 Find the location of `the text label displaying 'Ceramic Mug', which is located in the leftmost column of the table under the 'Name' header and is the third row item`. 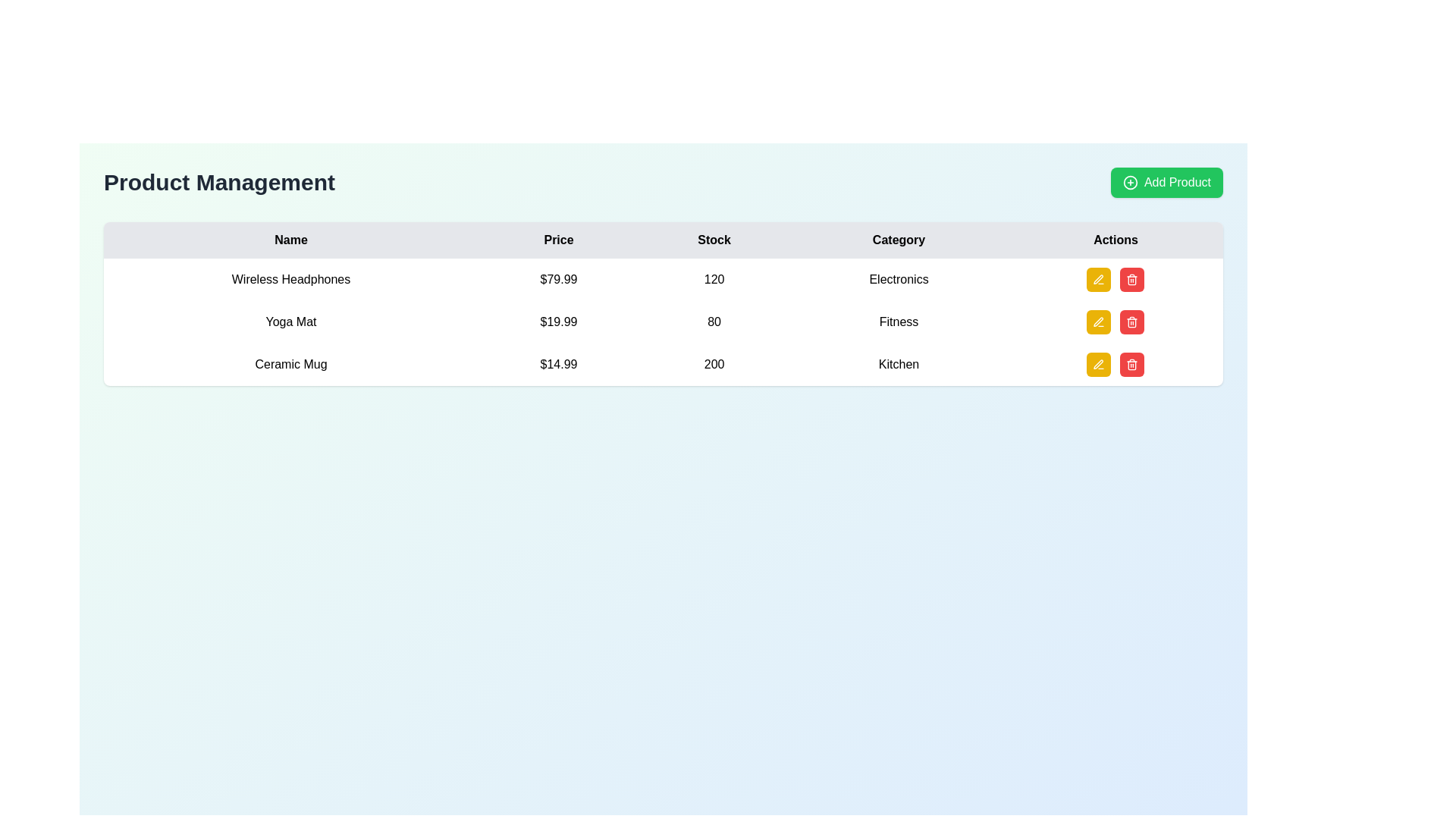

the text label displaying 'Ceramic Mug', which is located in the leftmost column of the table under the 'Name' header and is the third row item is located at coordinates (291, 365).